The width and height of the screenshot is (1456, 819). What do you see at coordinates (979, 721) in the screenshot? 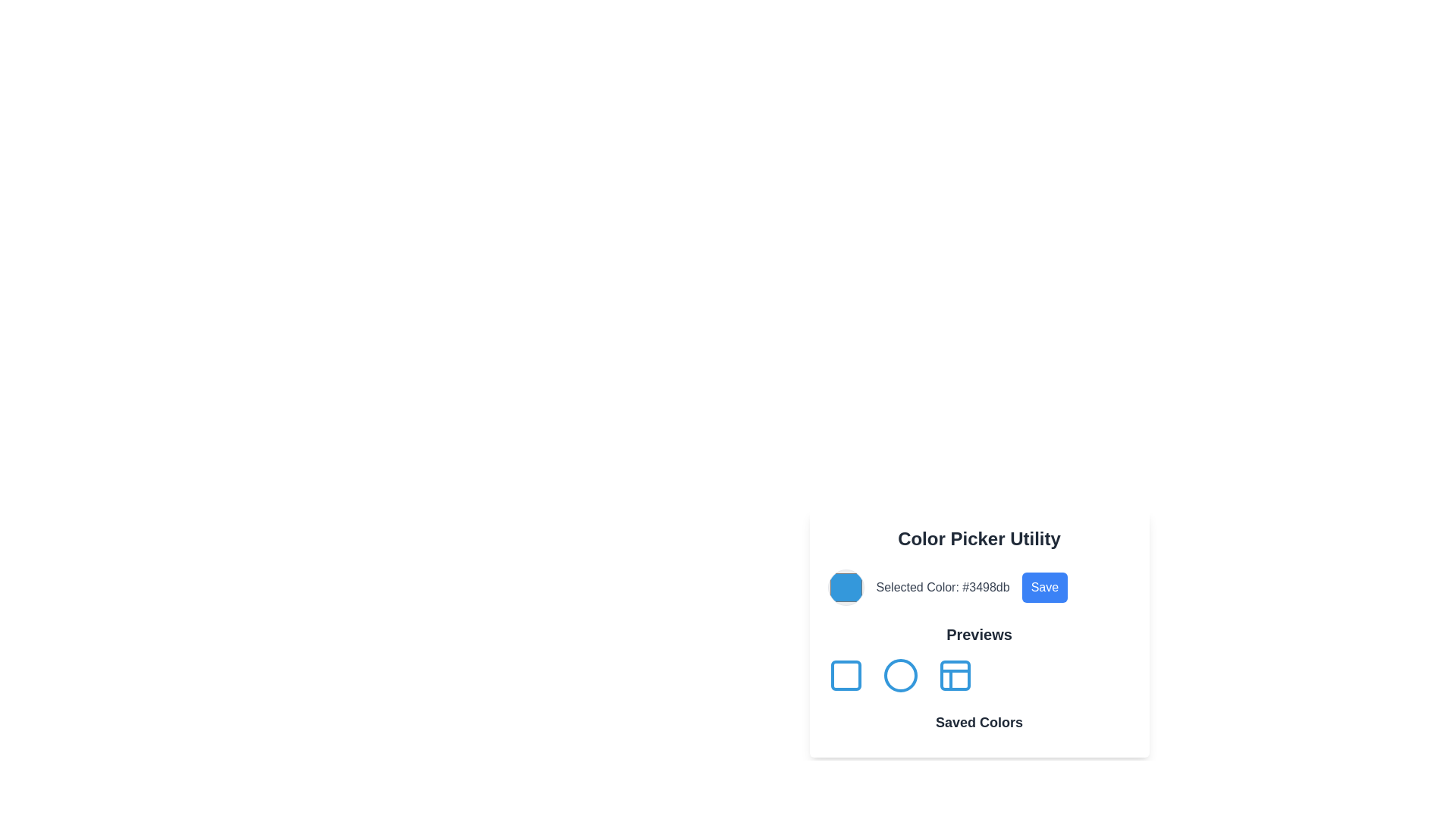
I see `text element labeled 'Saved Colors' which is styled in bold, sans-serif and located at the bottom-center of the 'Color Picker Utility' section` at bounding box center [979, 721].